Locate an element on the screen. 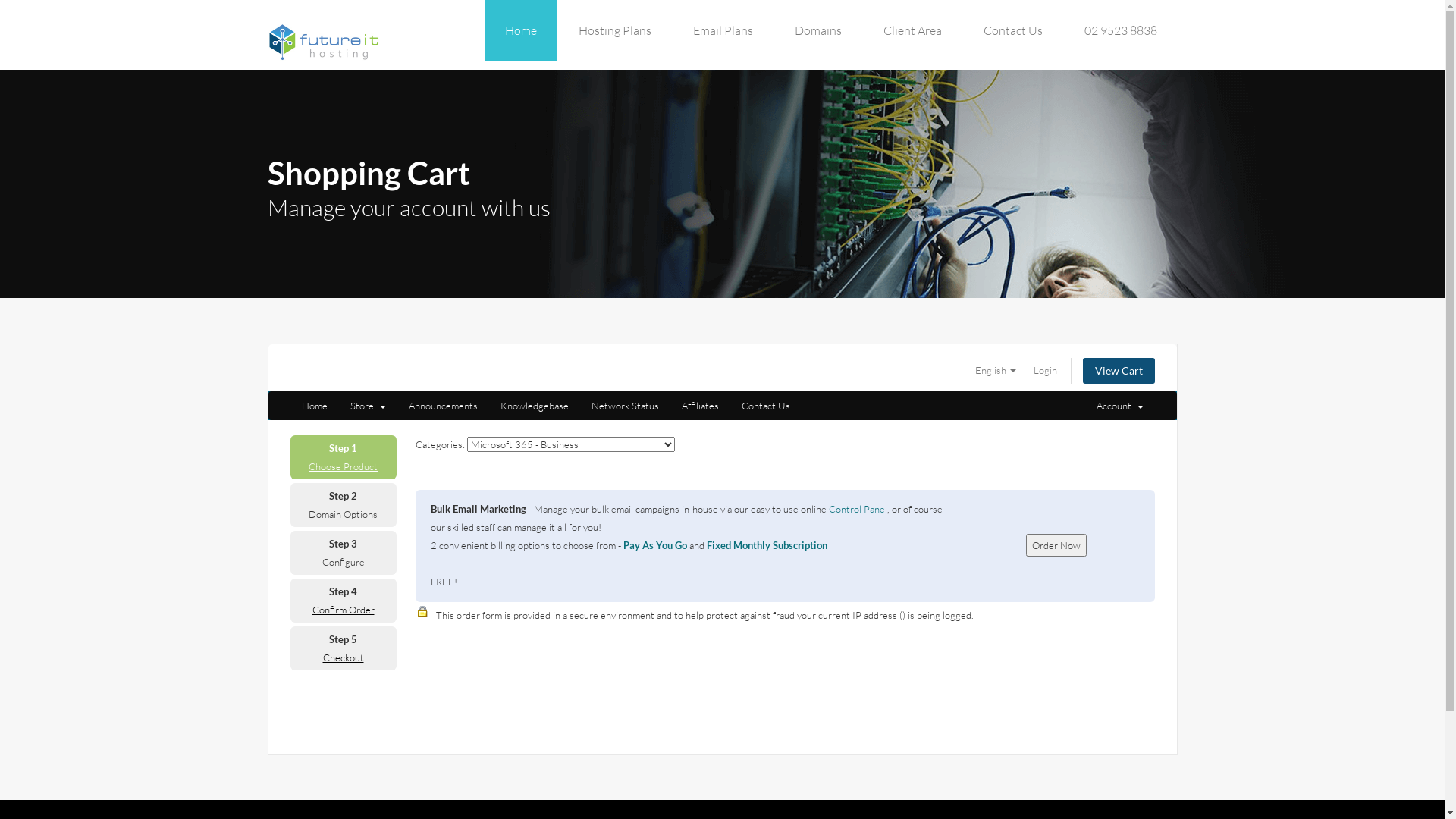 The height and width of the screenshot is (819, 1456). 'Choose Product' is located at coordinates (342, 465).